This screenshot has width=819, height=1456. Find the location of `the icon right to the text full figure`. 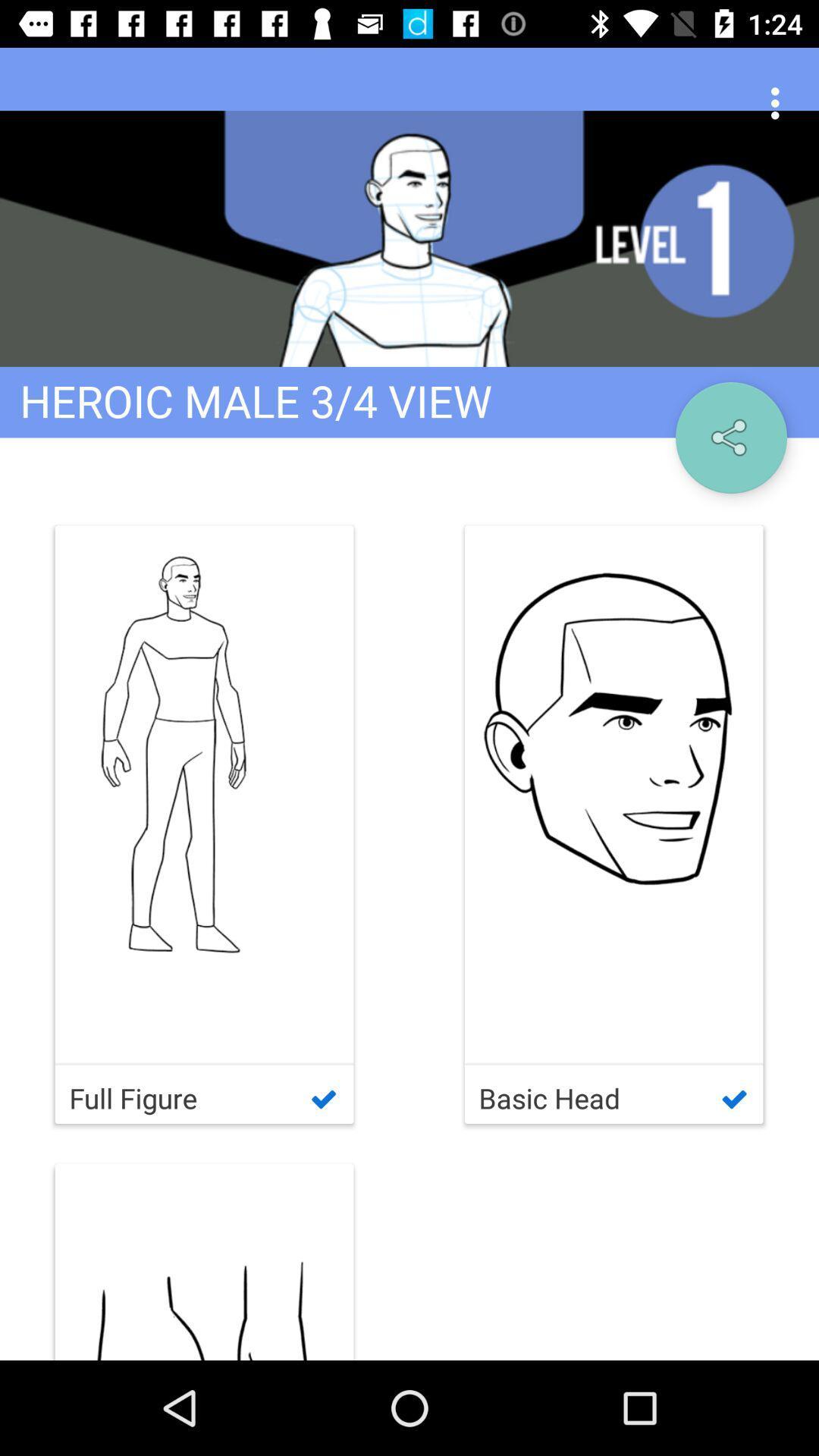

the icon right to the text full figure is located at coordinates (614, 824).